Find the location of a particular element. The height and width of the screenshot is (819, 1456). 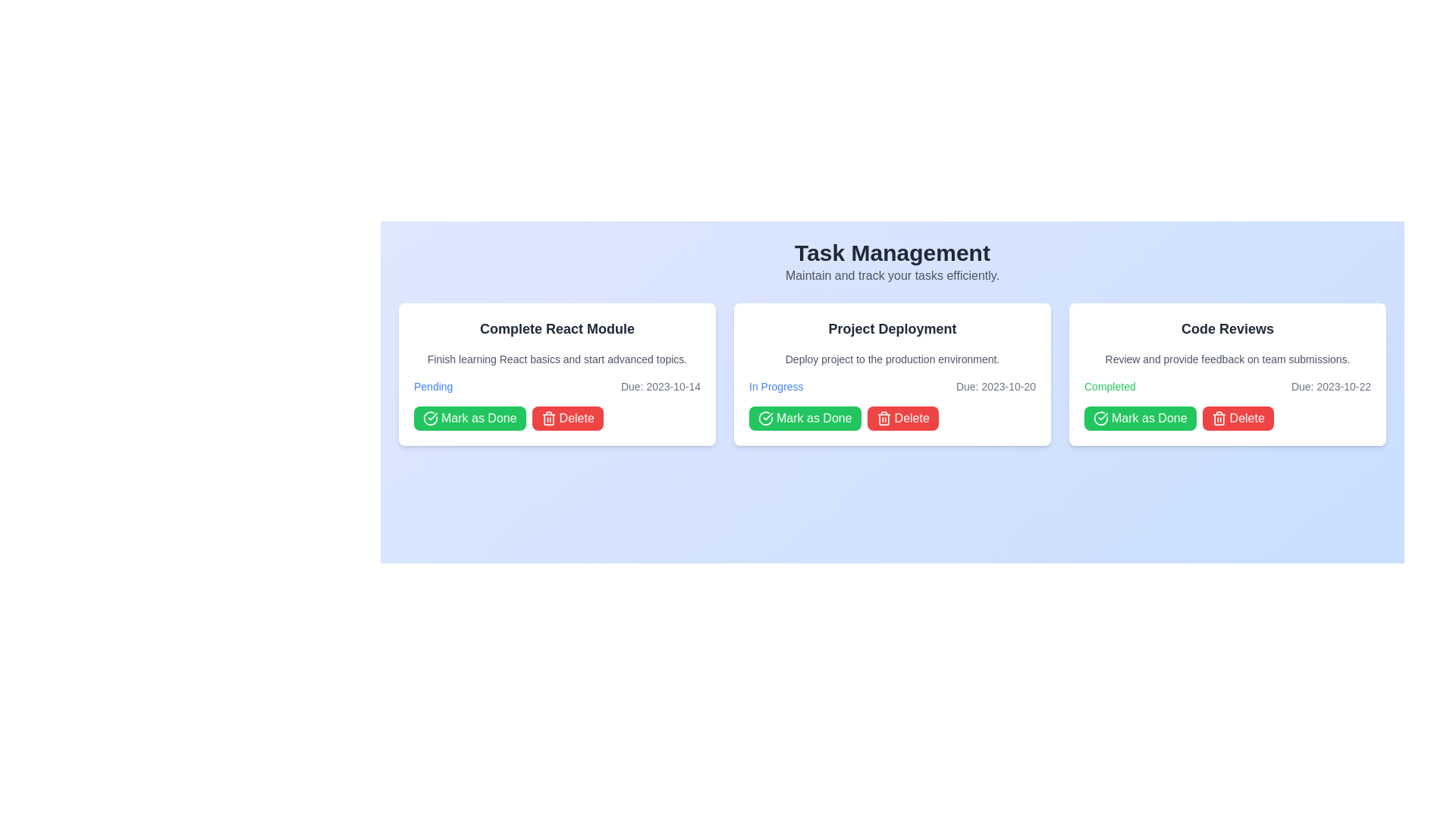

text that says 'Maintain and track your tasks efficiently.' which is styled in gray and located below the 'Task Management' header is located at coordinates (892, 275).